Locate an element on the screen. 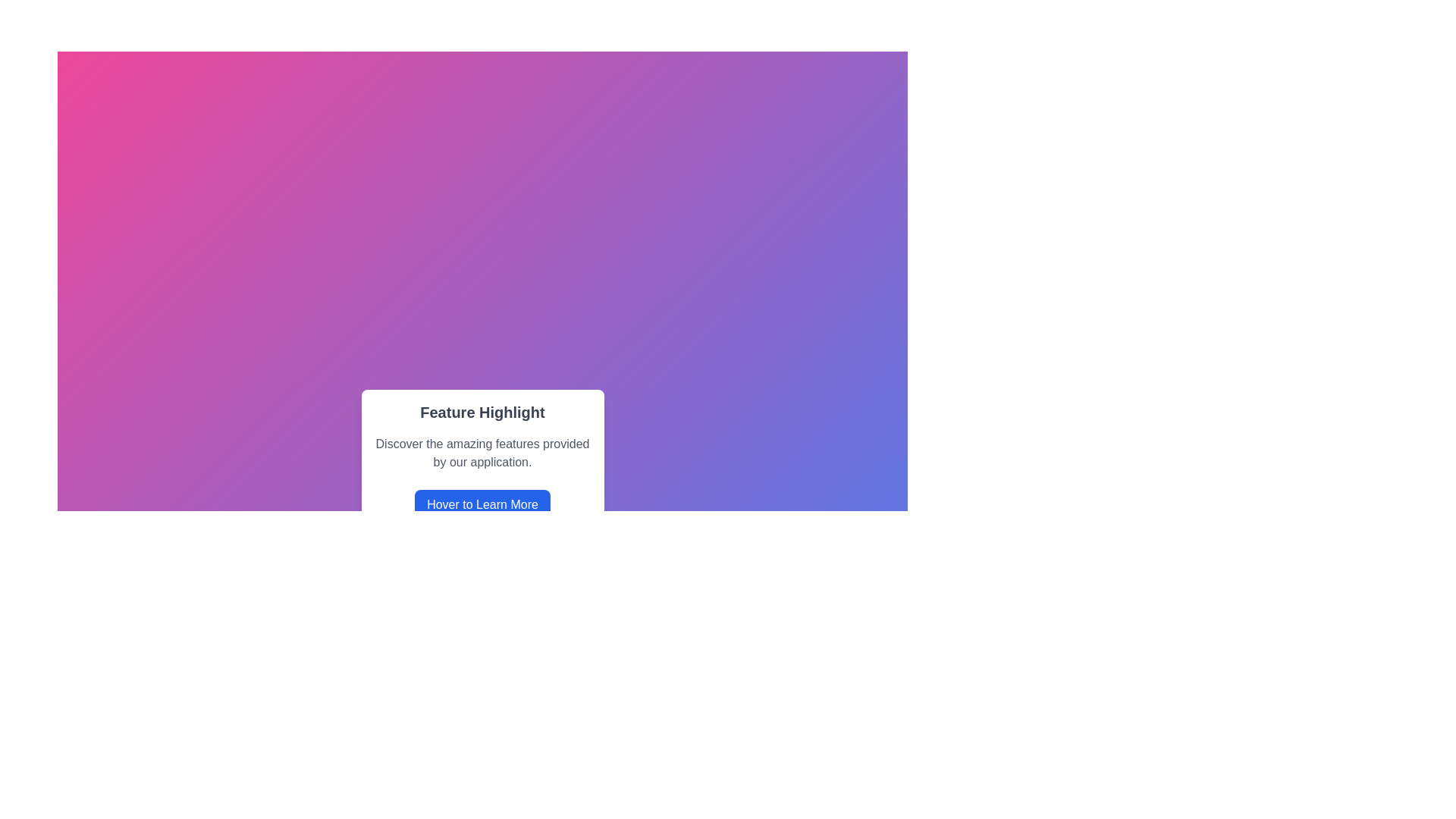 Image resolution: width=1456 pixels, height=819 pixels. the 'Feature Highlight' header text, which is styled in bold, dark gray font and located at the top-center of the white card interface is located at coordinates (482, 412).